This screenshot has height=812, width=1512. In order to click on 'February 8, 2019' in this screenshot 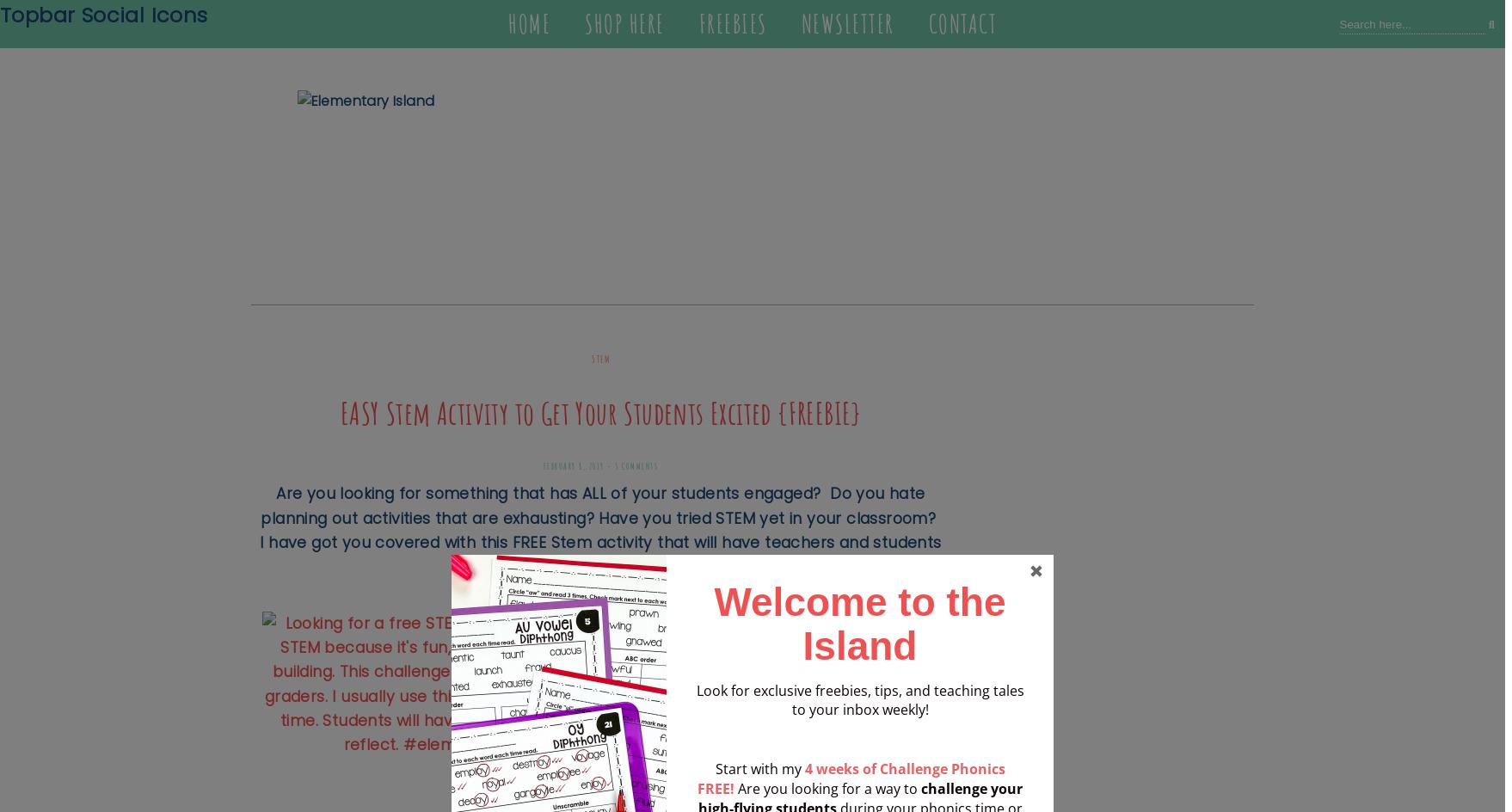, I will do `click(542, 465)`.